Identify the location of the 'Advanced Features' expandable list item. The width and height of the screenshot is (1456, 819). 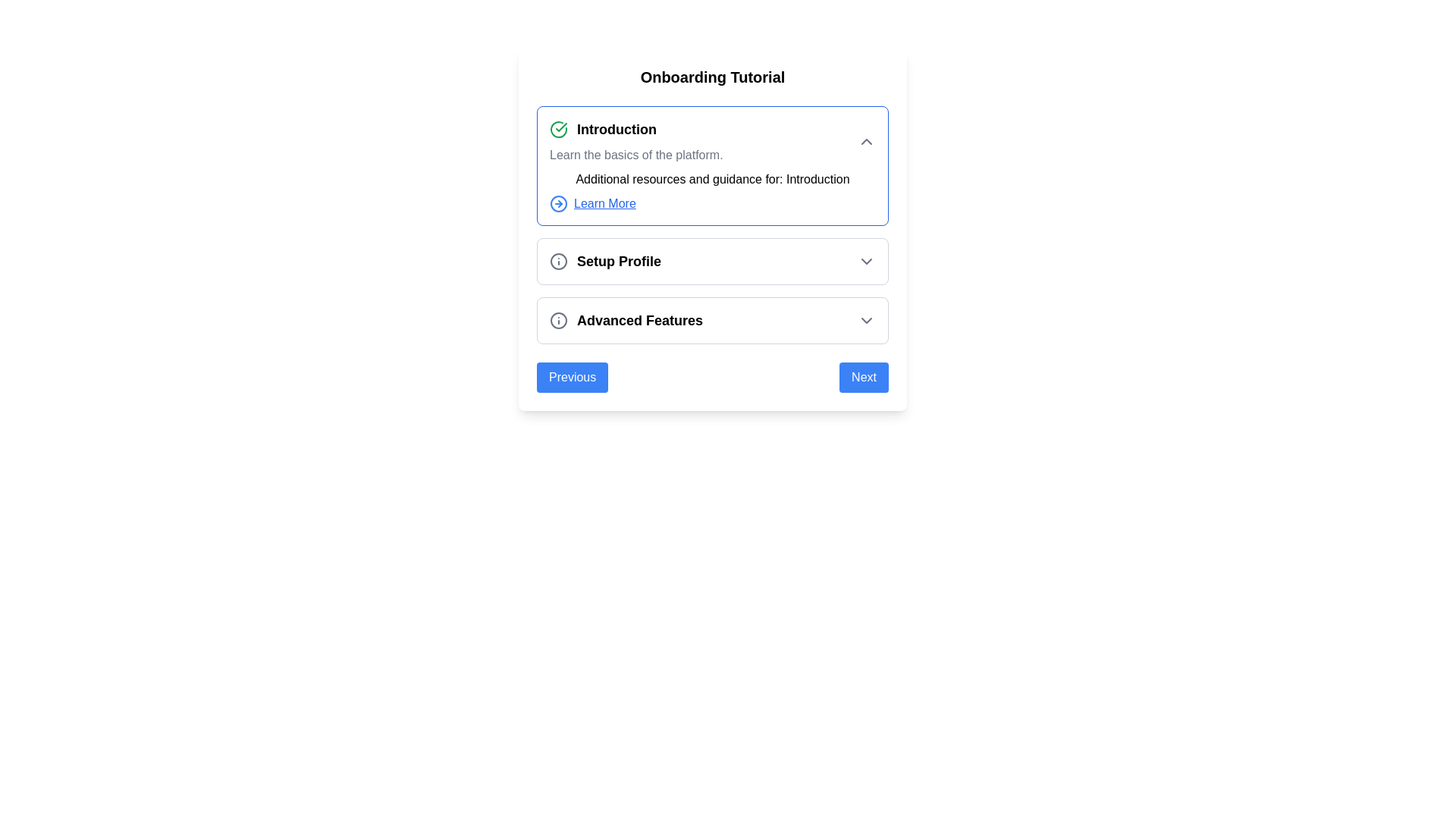
(712, 320).